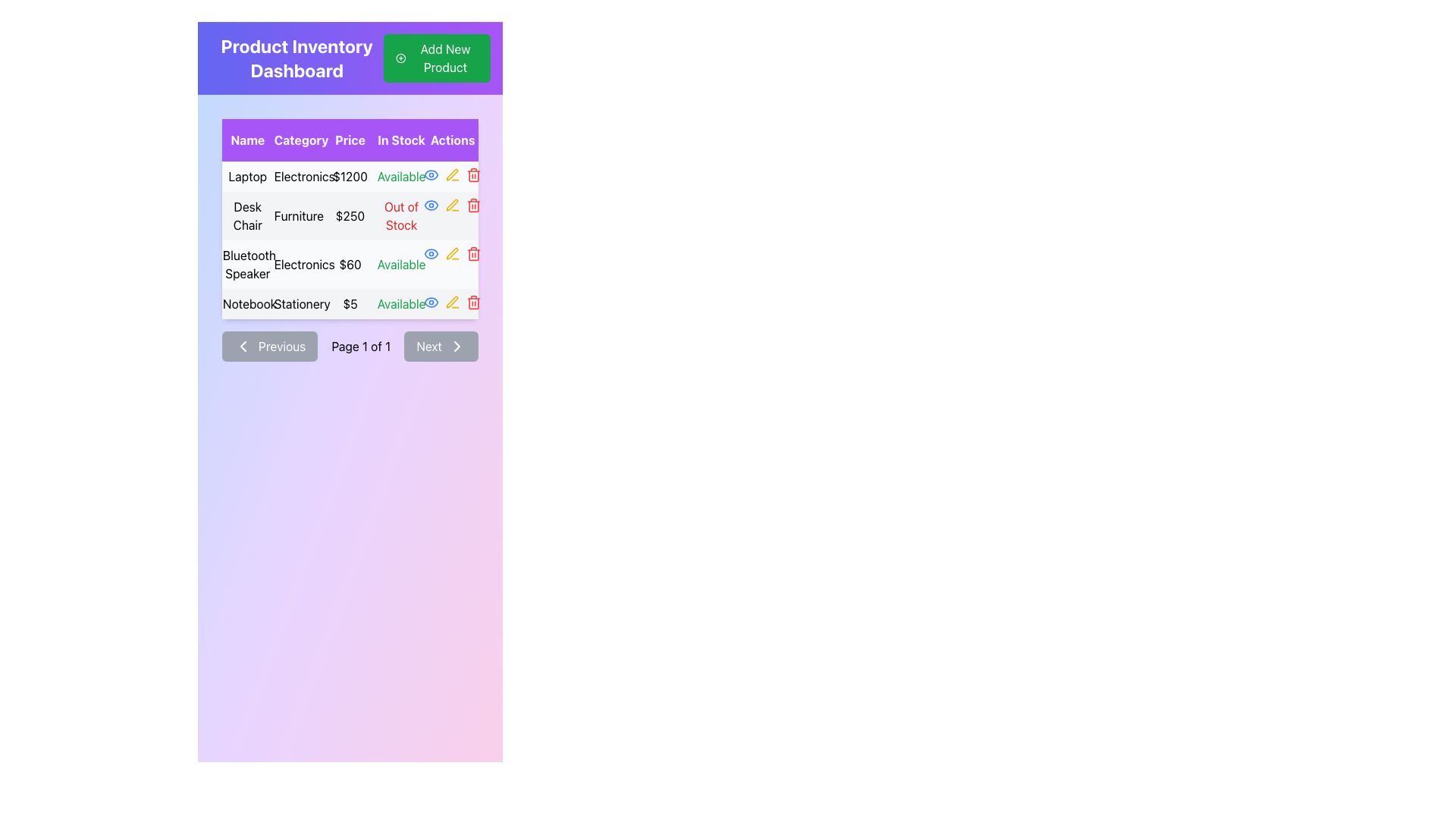 The image size is (1456, 819). I want to click on the second row in the product table that displays the details of 'Desk Chair', which includes its name, category, price, and stock status, so click(349, 216).